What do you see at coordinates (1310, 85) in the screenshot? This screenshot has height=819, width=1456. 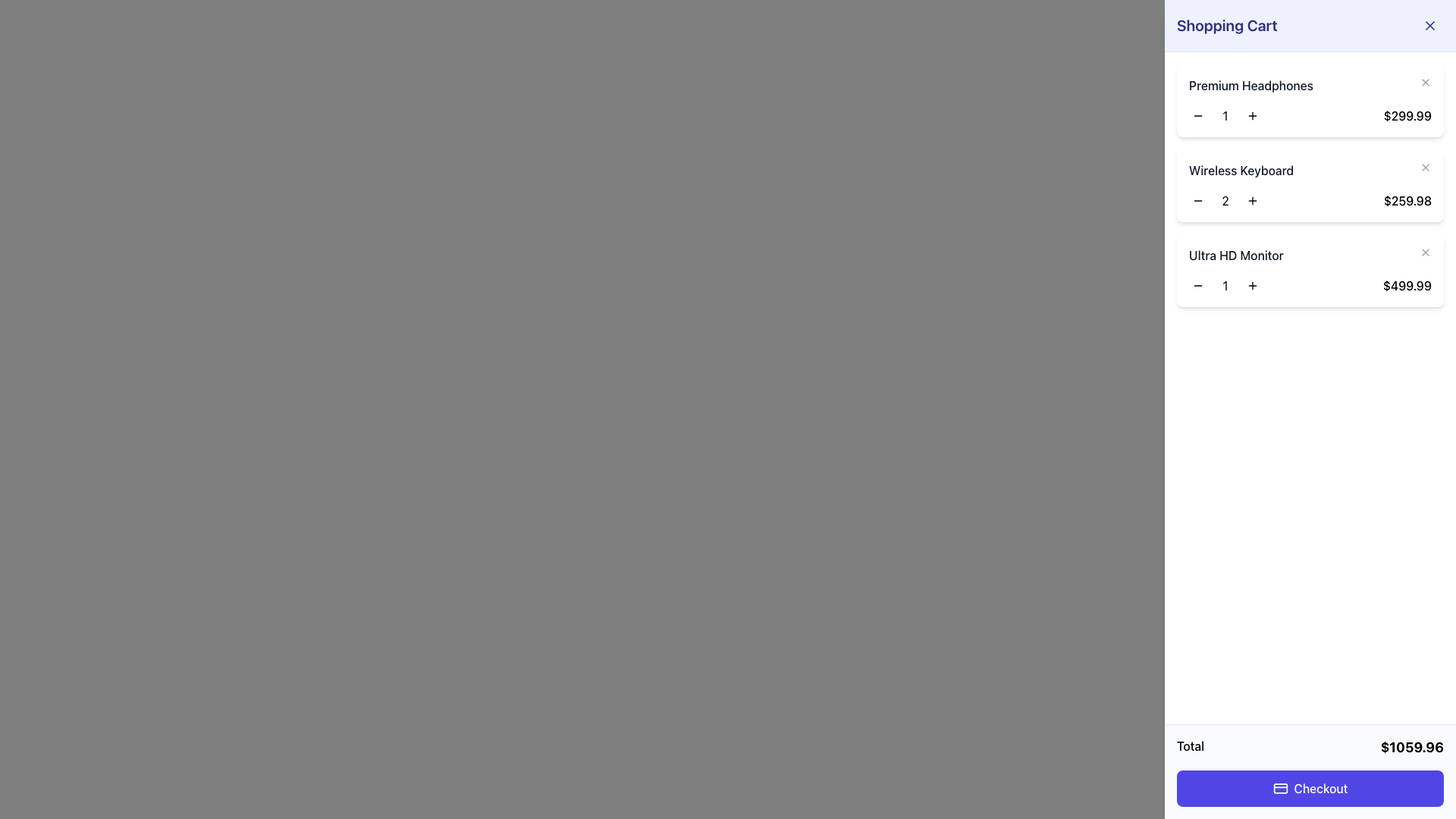 I see `the text label displaying 'Premium Headphones' in the shopping cart, which is positioned above the quantity adjustment controls and price` at bounding box center [1310, 85].